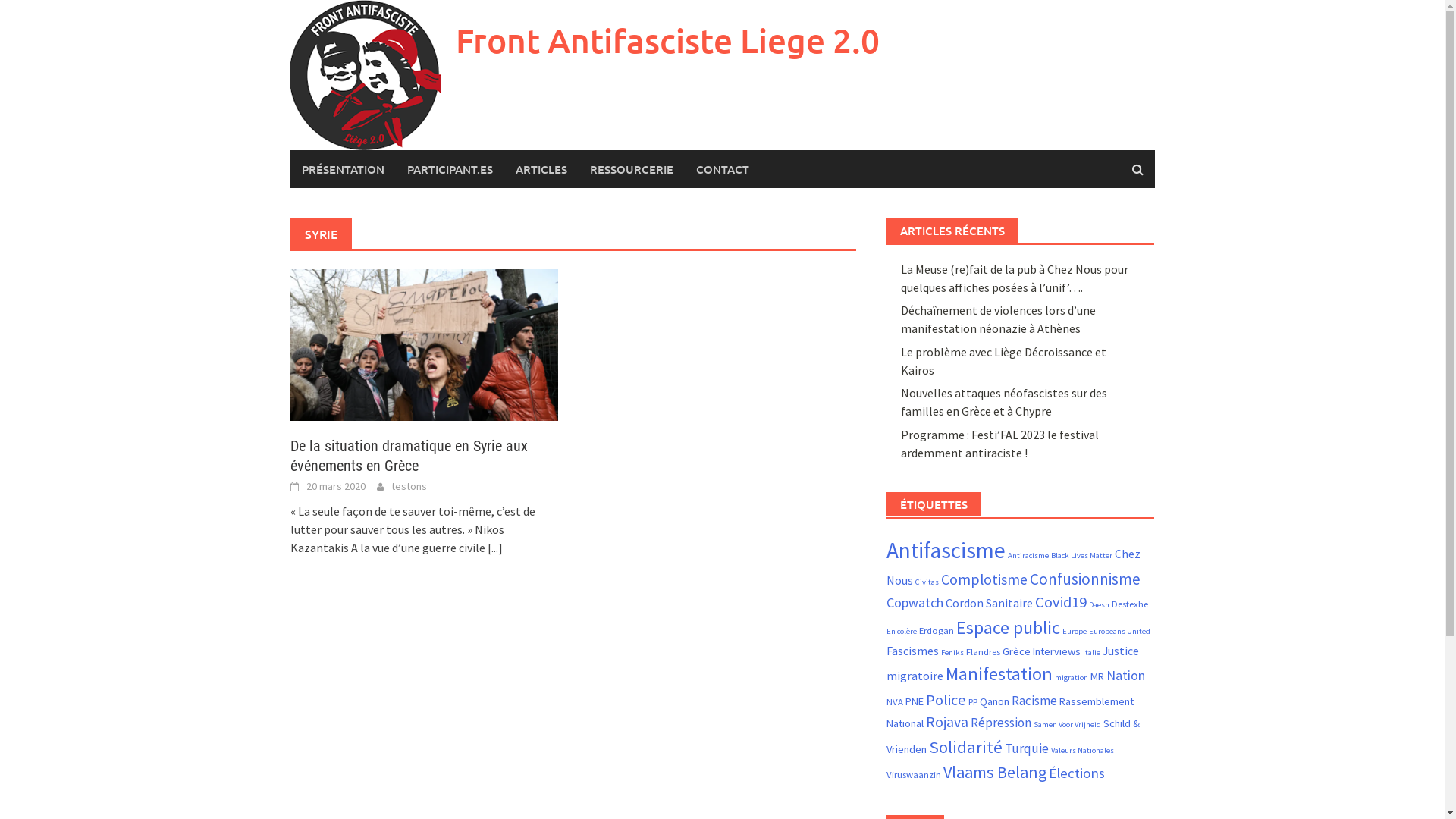  What do you see at coordinates (1066, 723) in the screenshot?
I see `'Samen Voor Vrijheid'` at bounding box center [1066, 723].